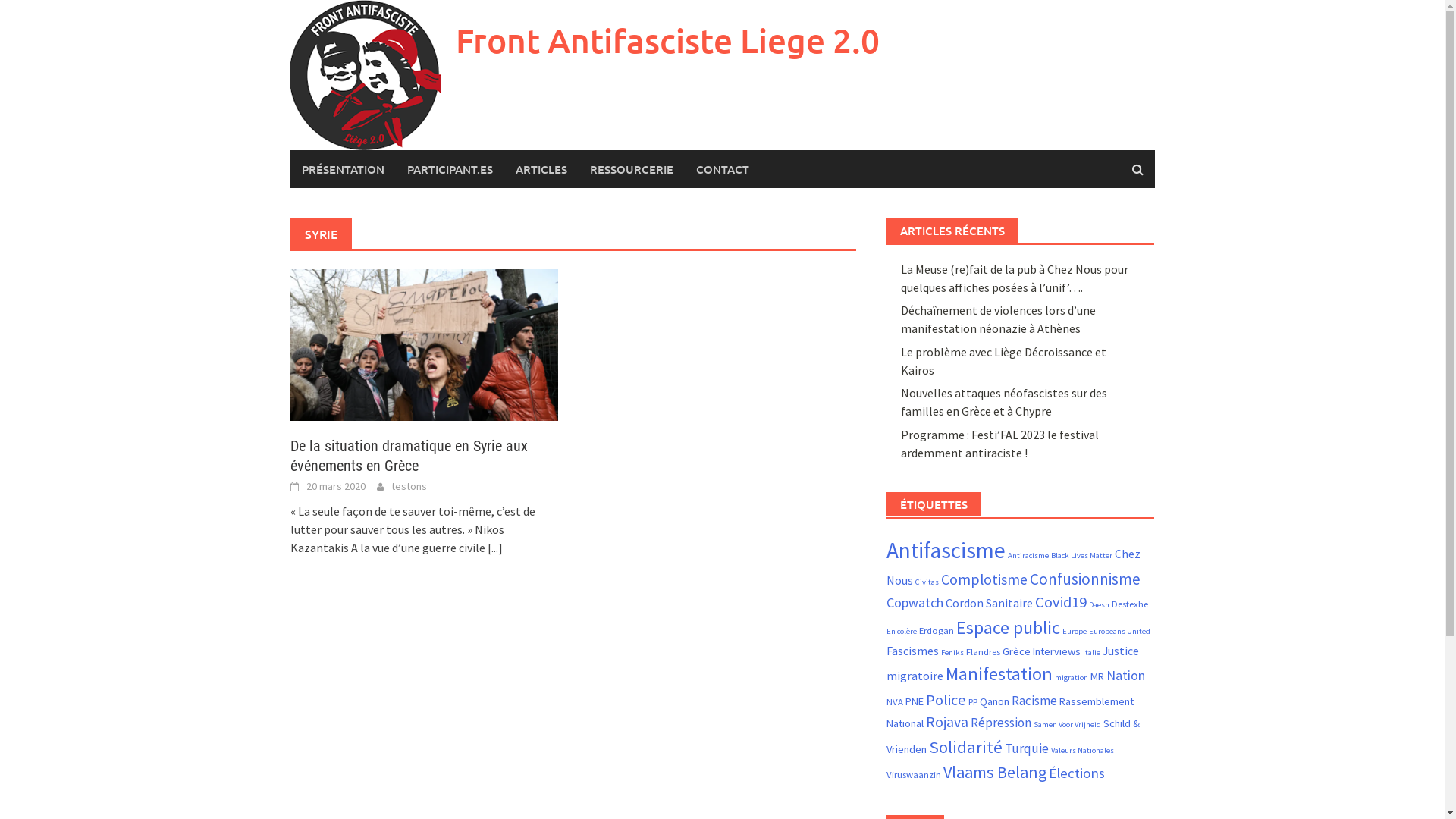  What do you see at coordinates (1066, 723) in the screenshot?
I see `'Samen Voor Vrijheid'` at bounding box center [1066, 723].